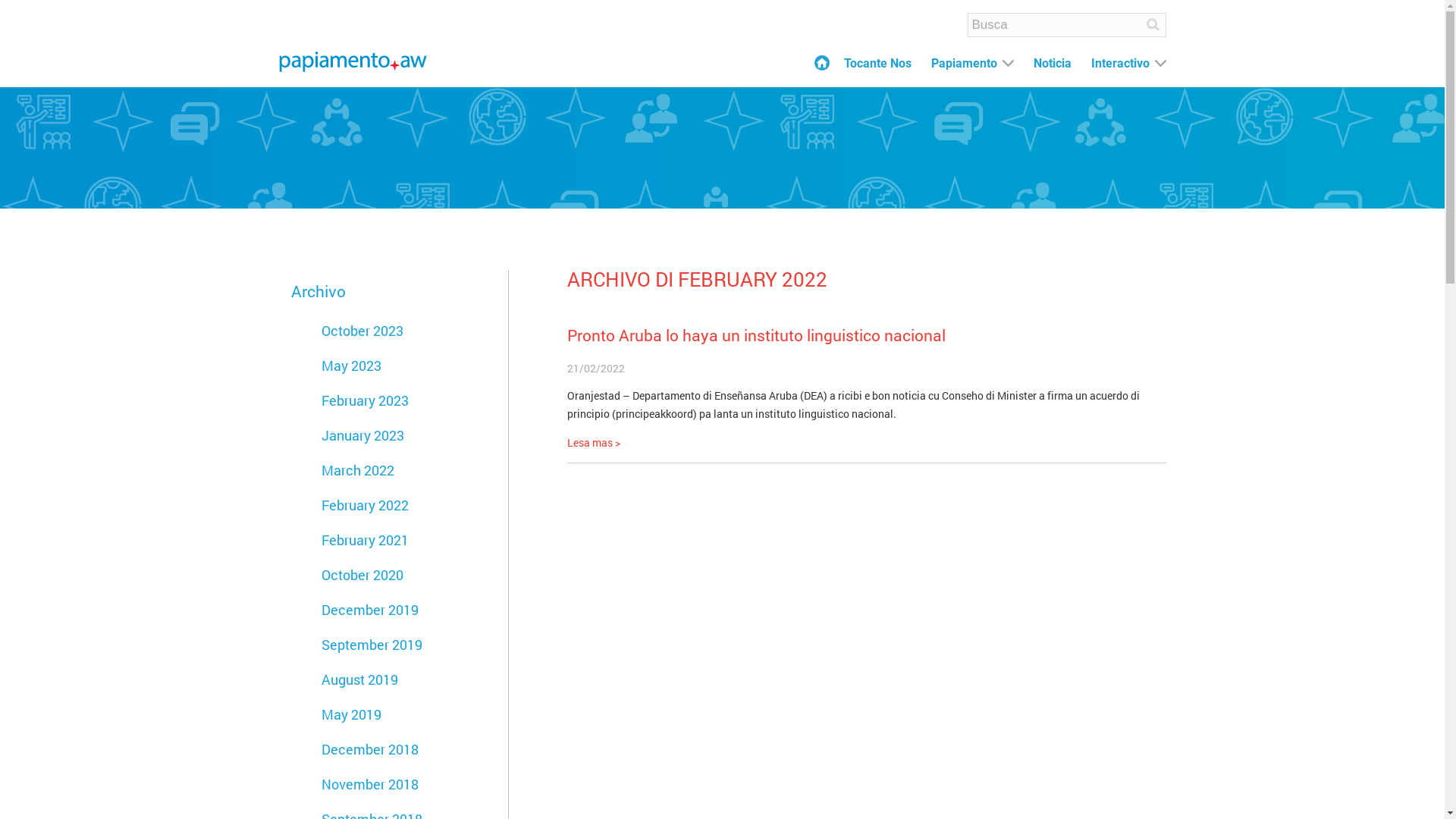 The width and height of the screenshot is (1456, 819). I want to click on 'Papiamento', so click(930, 63).